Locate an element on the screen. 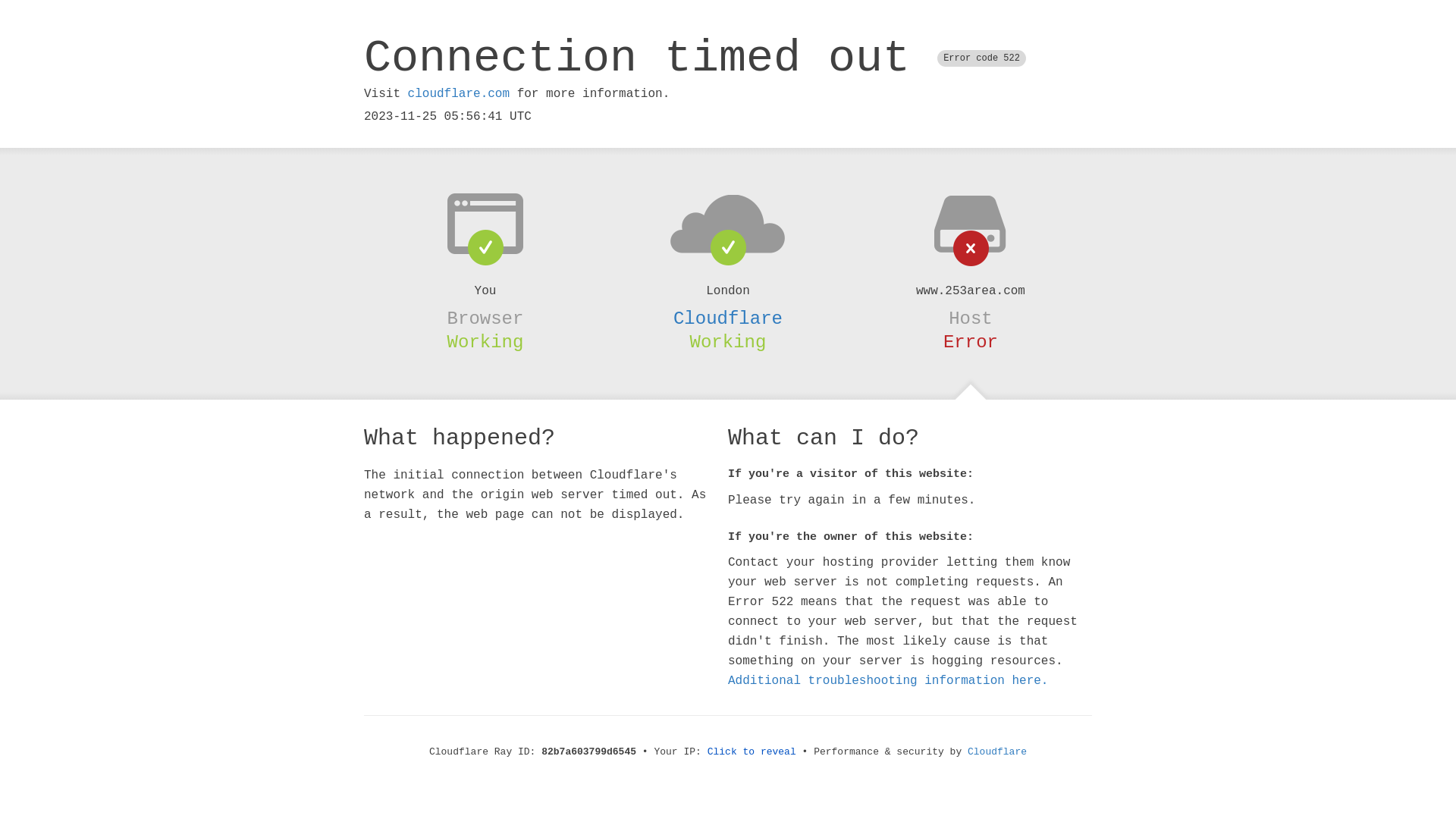  'Additional troubleshooting information here.' is located at coordinates (888, 680).